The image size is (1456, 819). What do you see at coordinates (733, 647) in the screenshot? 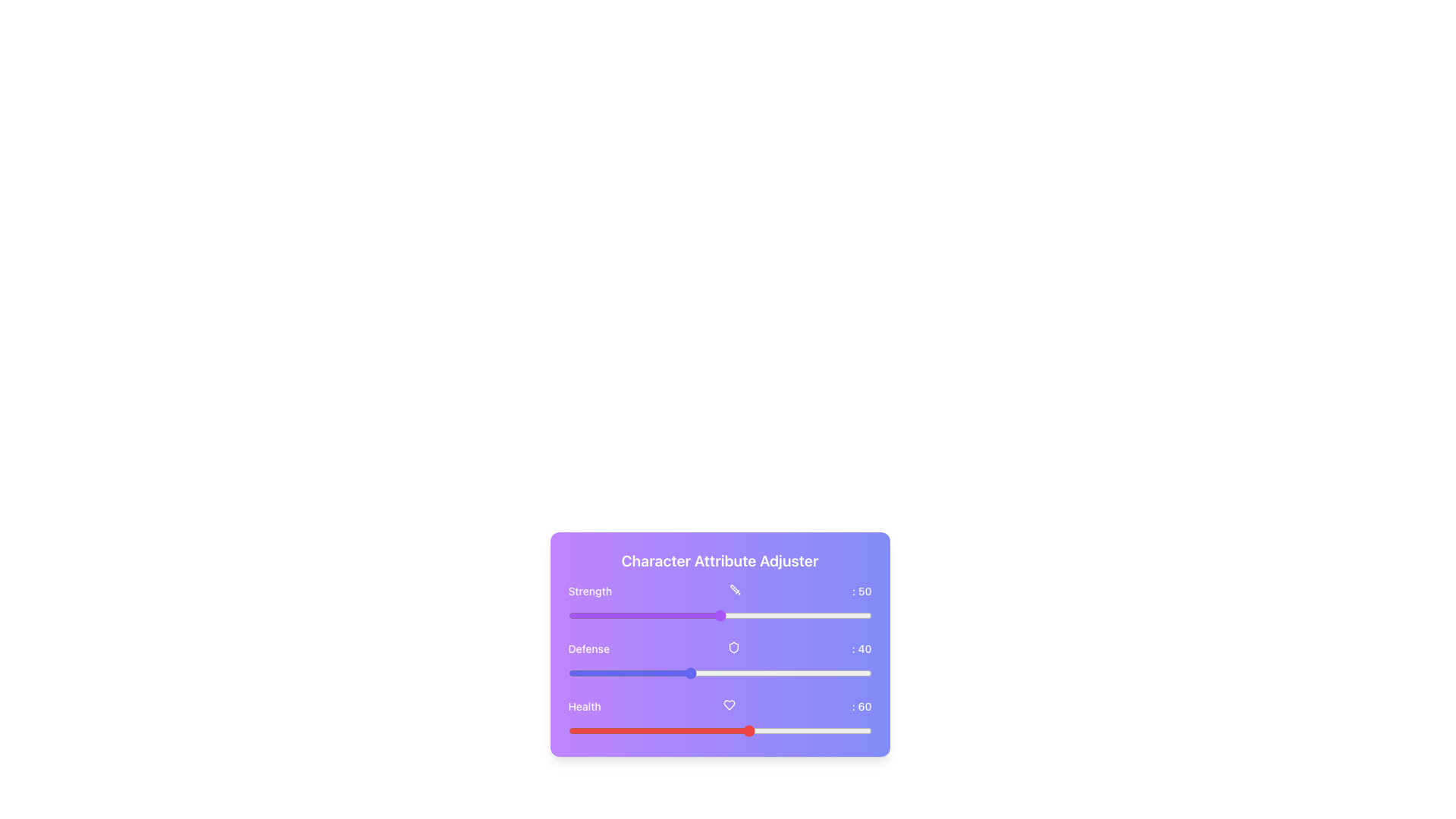
I see `the shield icon representing the defense attribute, located next to the text 'Defense : 40' in the 'Character Attribute Adjuster' module` at bounding box center [733, 647].